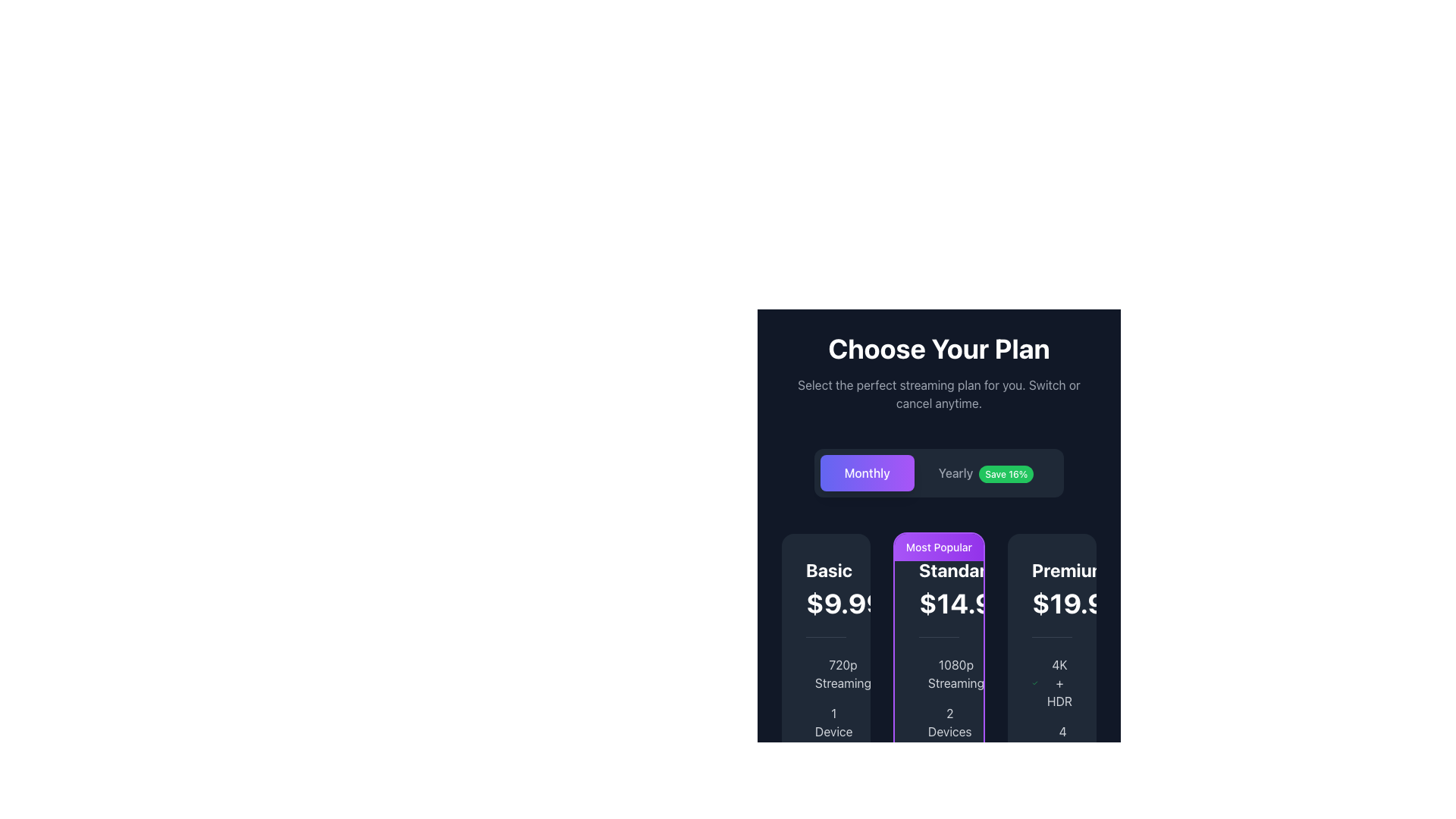  Describe the element at coordinates (938, 673) in the screenshot. I see `the text label that says '1080p Streaming' which is styled in gray and is the first item in the vertical list of features under the 'Standard' plan column` at that location.